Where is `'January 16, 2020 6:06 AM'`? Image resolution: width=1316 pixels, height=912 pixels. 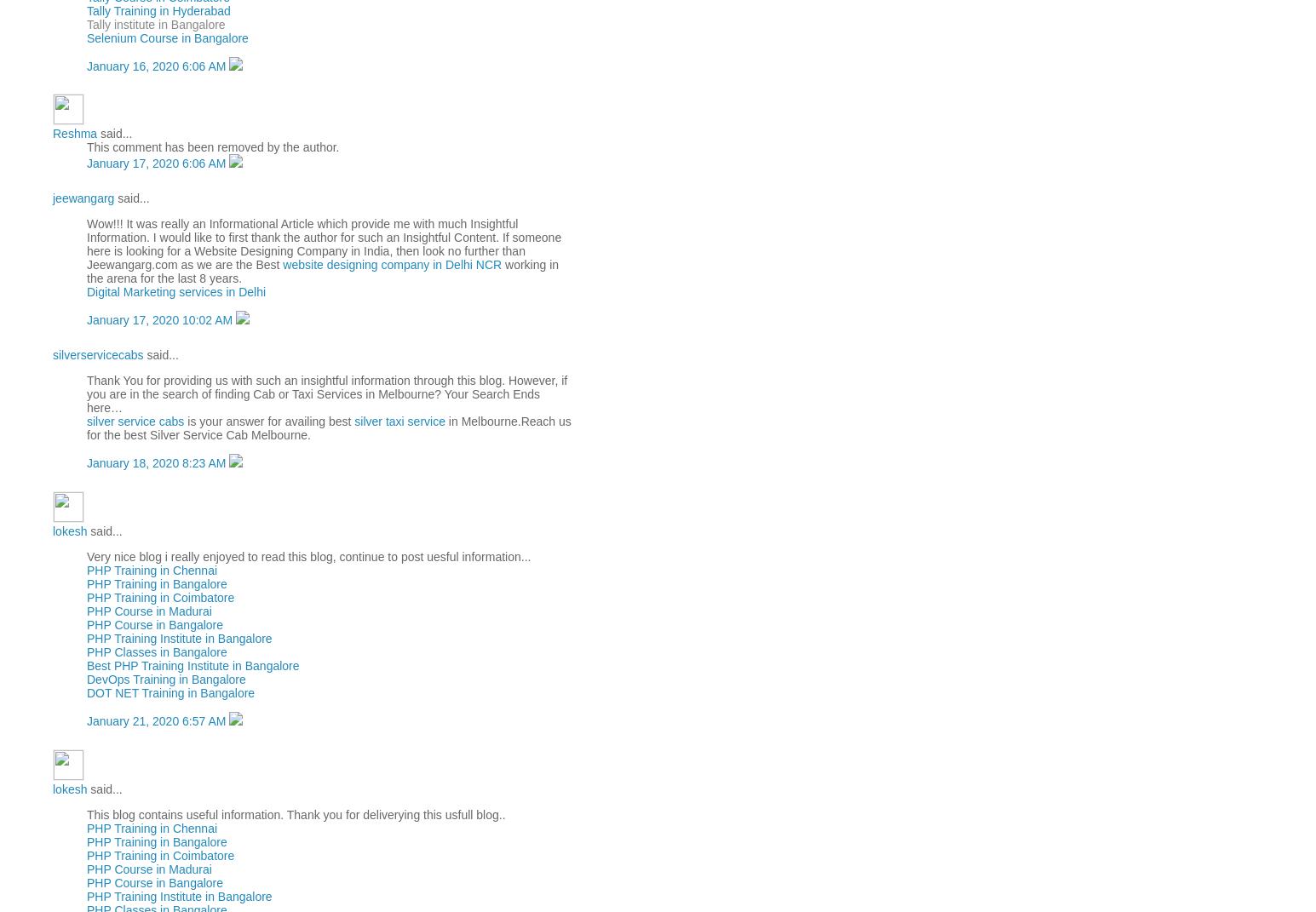 'January 16, 2020 6:06 AM' is located at coordinates (158, 65).